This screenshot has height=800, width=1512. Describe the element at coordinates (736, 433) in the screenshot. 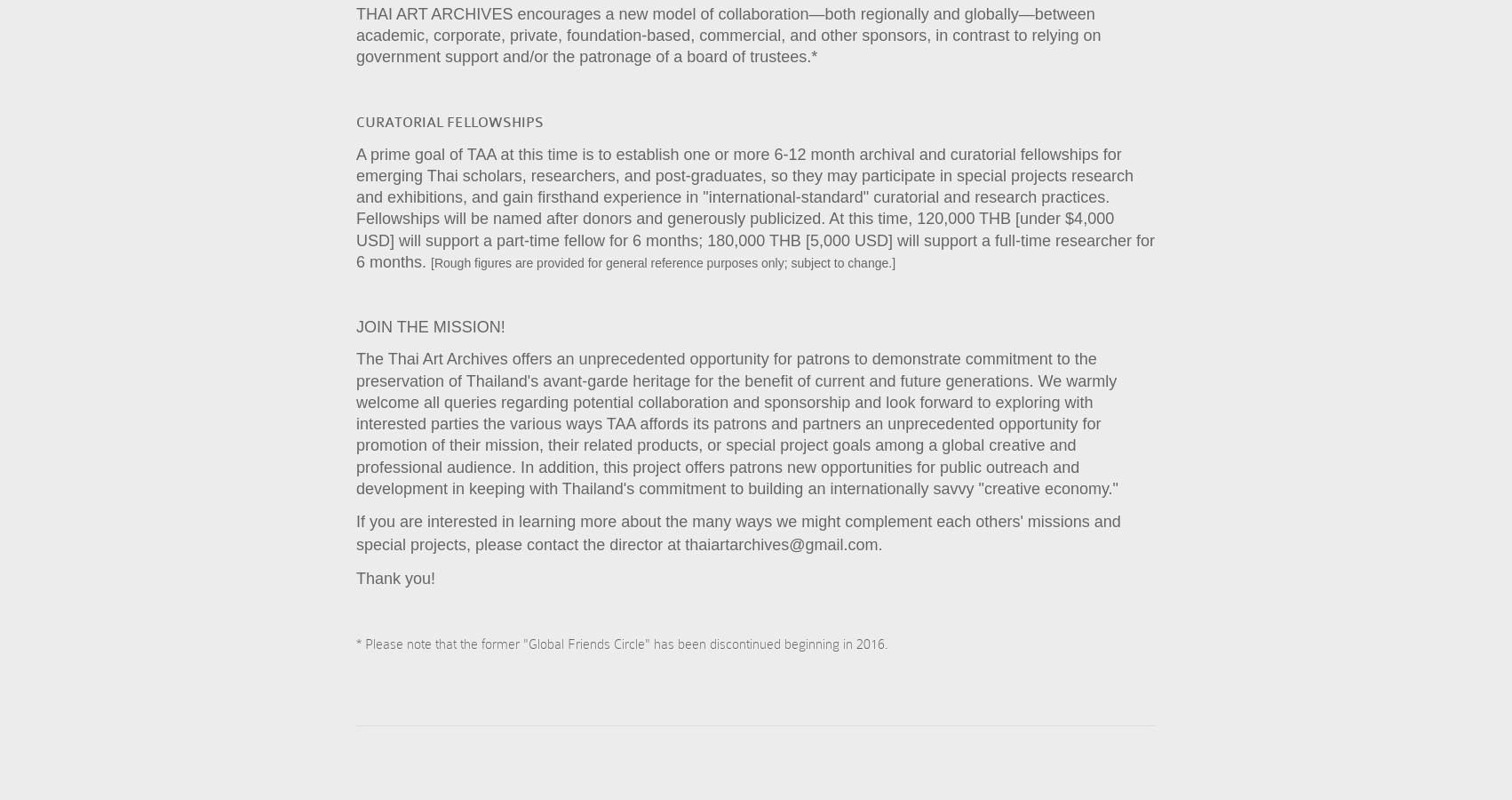

I see `'We warmly welcome all queries regarding potential collaboration and sponsorship and look forward to exploring with interested parties the various ways TAA affords its patrons and partners an unprecedented opportunity for promotion of their mission, their related products, or special project goals among a global creative and professional audience. In addition, this project offers patrons new opportunities for public outreach and development in keeping with Thailand's commitment to building an internationally savvy "creative economy."'` at that location.